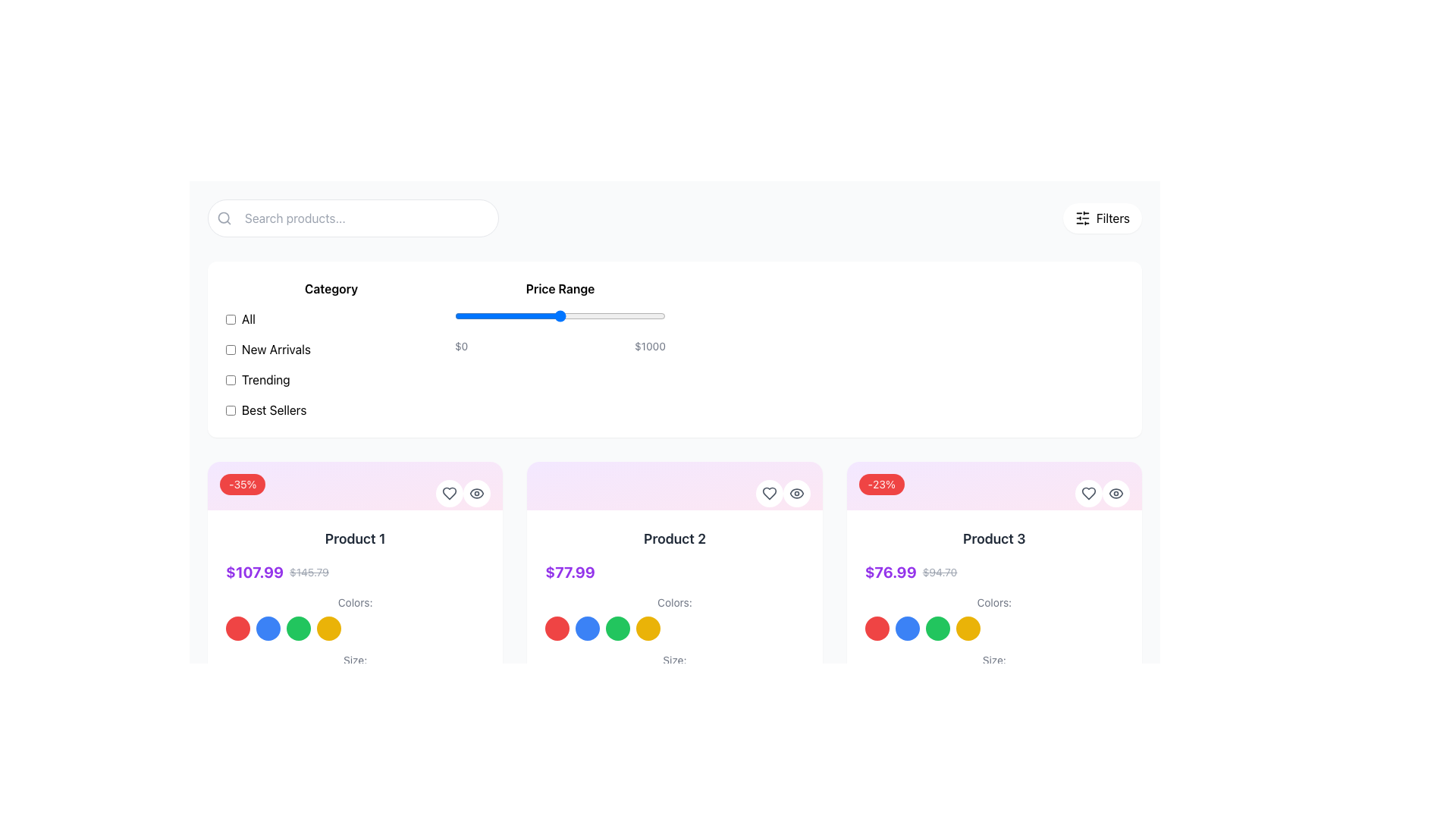  I want to click on the Text label indicating the minimum value for the price range, located in the top-center area of the interface, to the left of the '$1000' element, so click(460, 346).